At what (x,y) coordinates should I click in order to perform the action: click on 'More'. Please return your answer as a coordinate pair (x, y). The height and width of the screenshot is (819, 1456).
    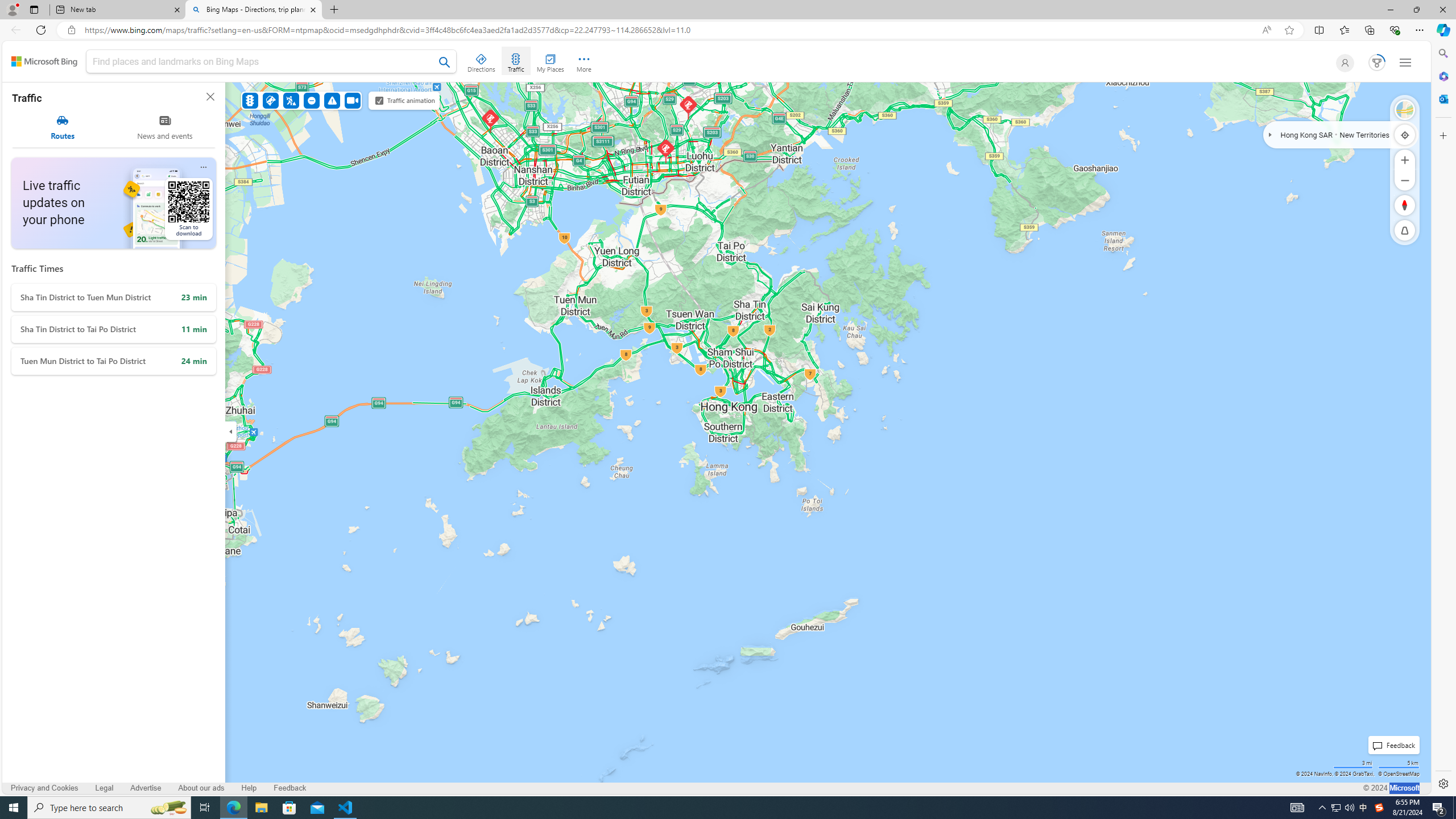
    Looking at the image, I should click on (584, 61).